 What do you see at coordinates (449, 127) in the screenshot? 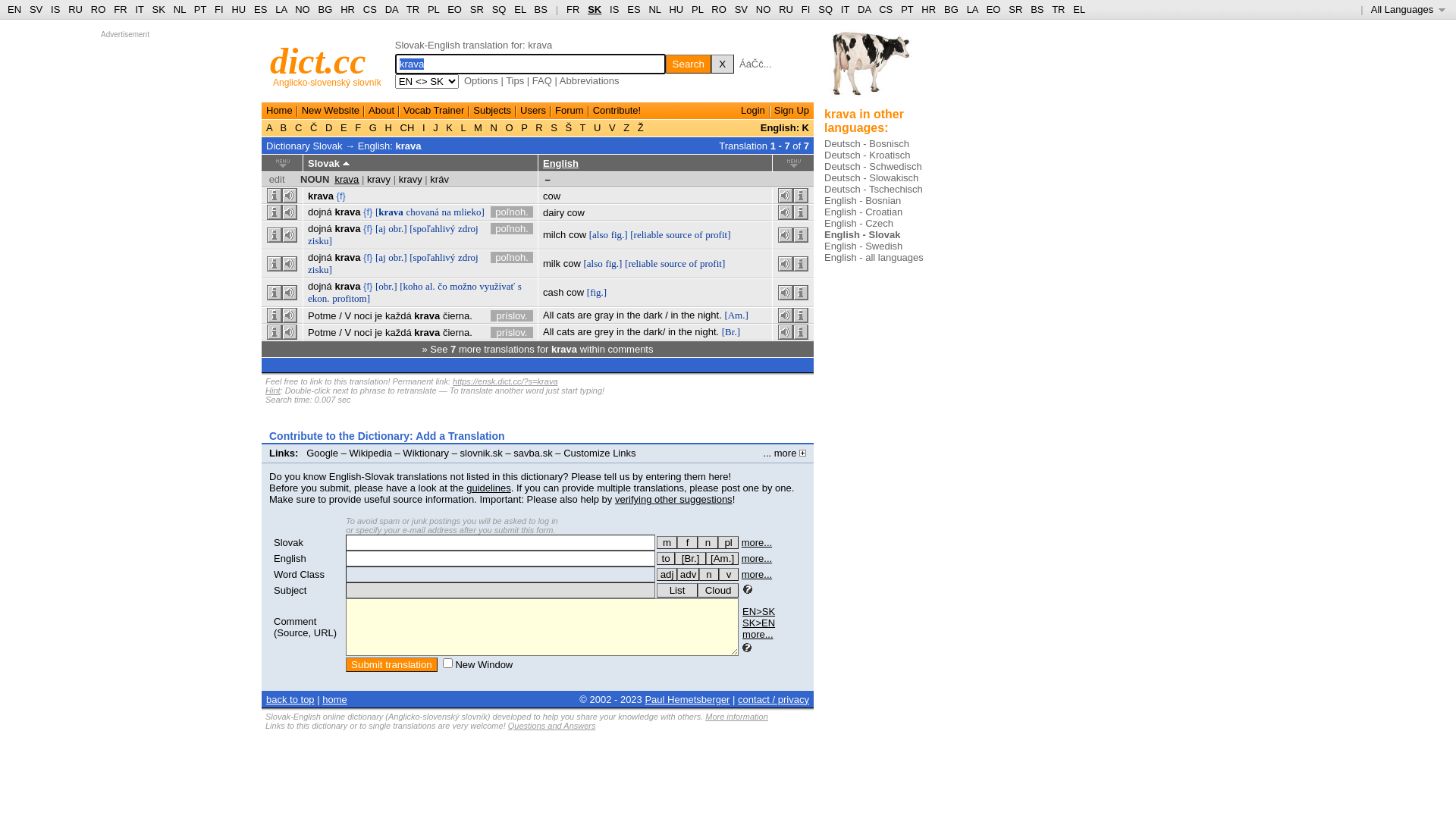
I see `'K'` at bounding box center [449, 127].